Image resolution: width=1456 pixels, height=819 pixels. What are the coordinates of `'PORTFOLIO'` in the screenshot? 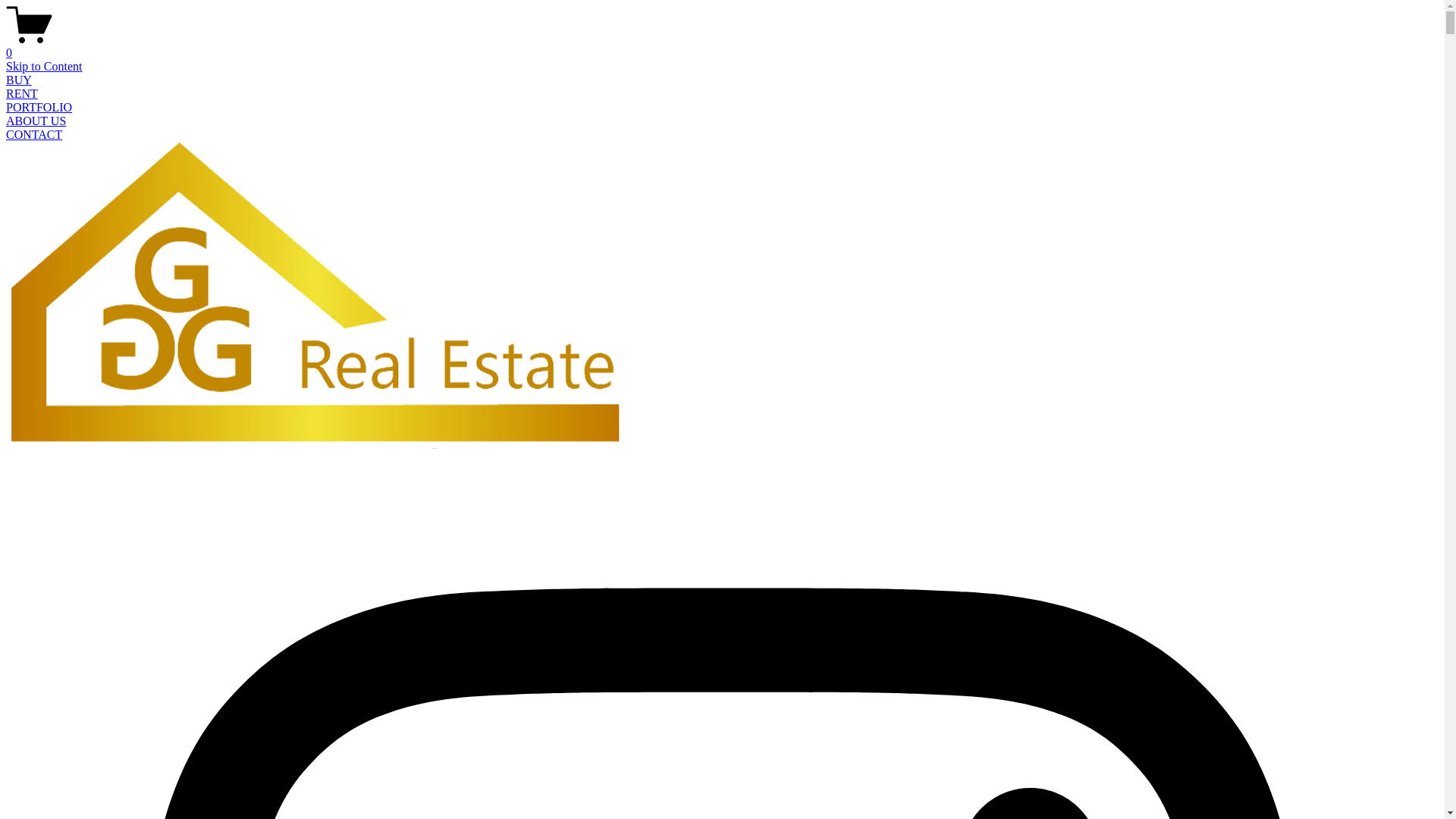 It's located at (39, 106).